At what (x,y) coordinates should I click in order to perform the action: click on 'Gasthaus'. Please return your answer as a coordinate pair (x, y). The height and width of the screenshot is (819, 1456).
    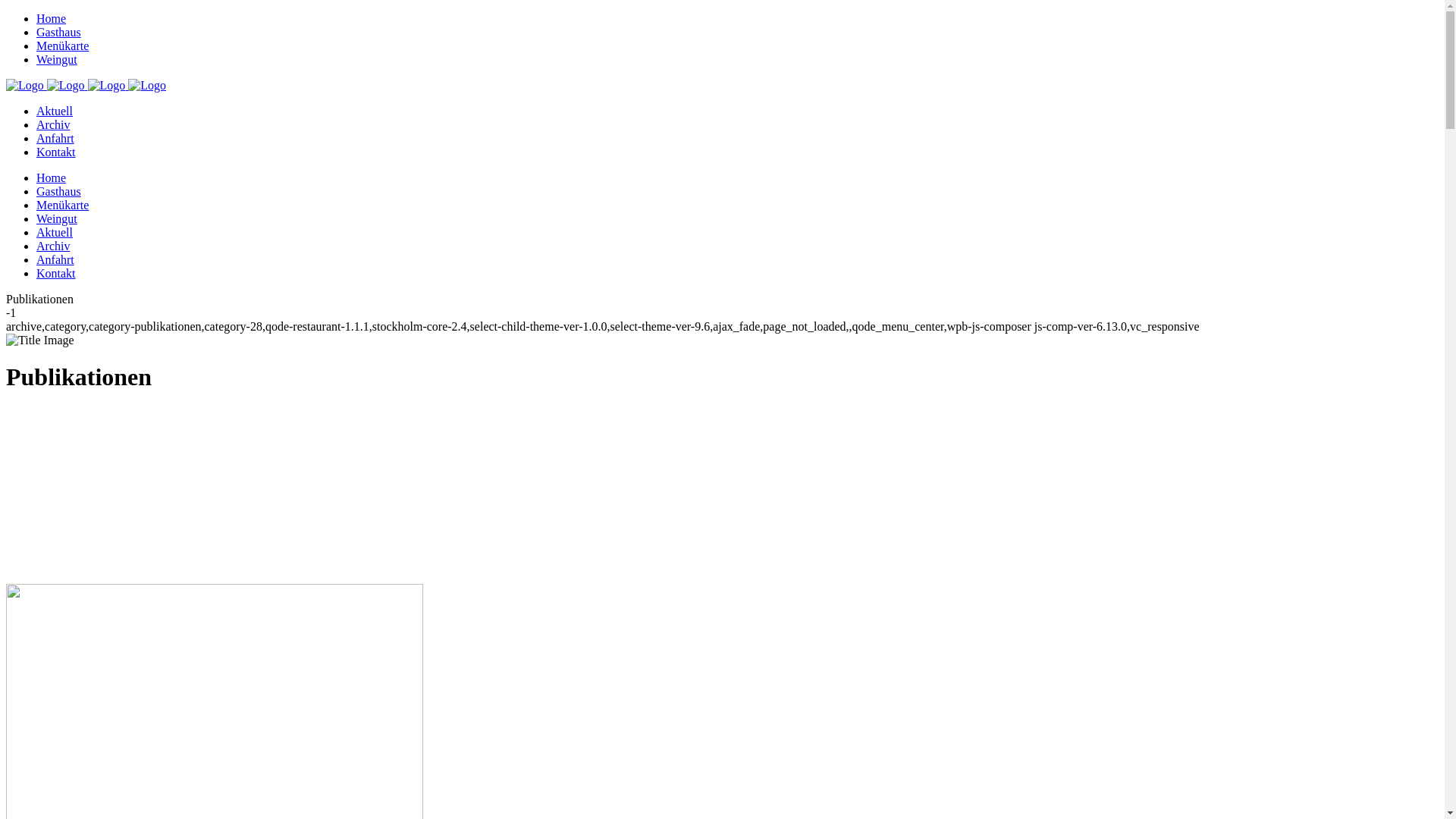
    Looking at the image, I should click on (58, 190).